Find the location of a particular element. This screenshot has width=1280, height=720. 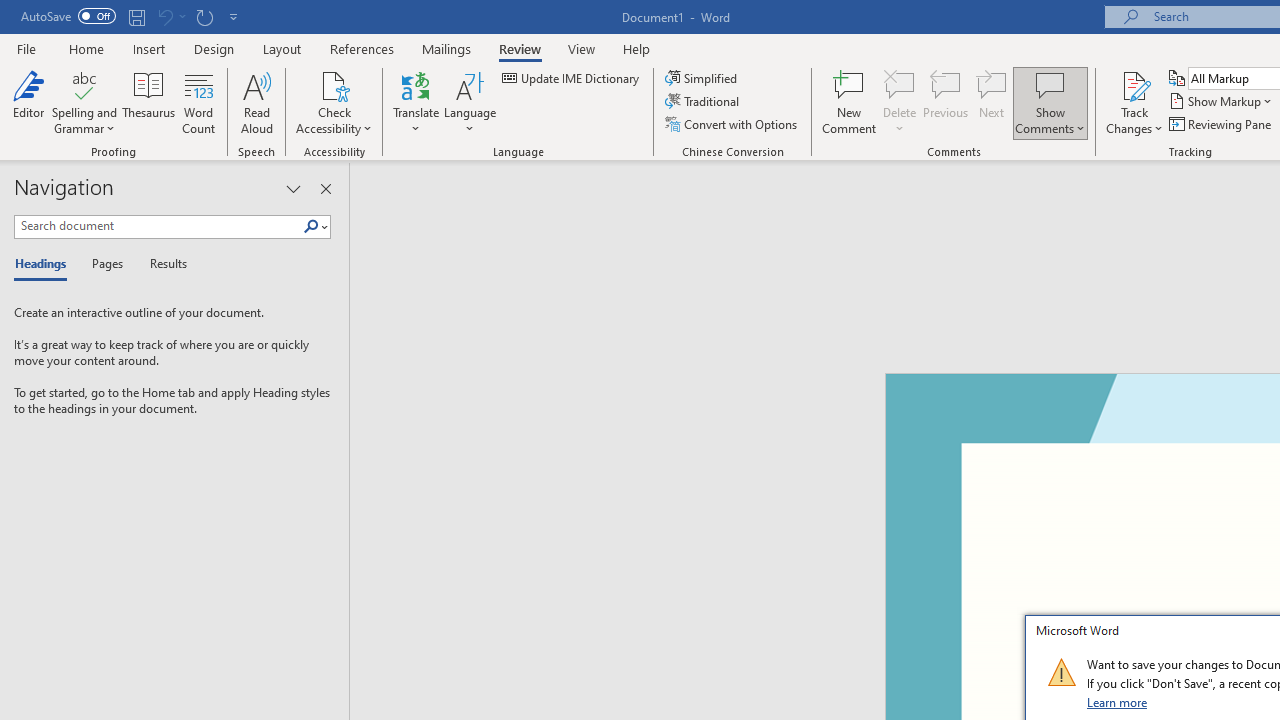

'Save' is located at coordinates (135, 16).